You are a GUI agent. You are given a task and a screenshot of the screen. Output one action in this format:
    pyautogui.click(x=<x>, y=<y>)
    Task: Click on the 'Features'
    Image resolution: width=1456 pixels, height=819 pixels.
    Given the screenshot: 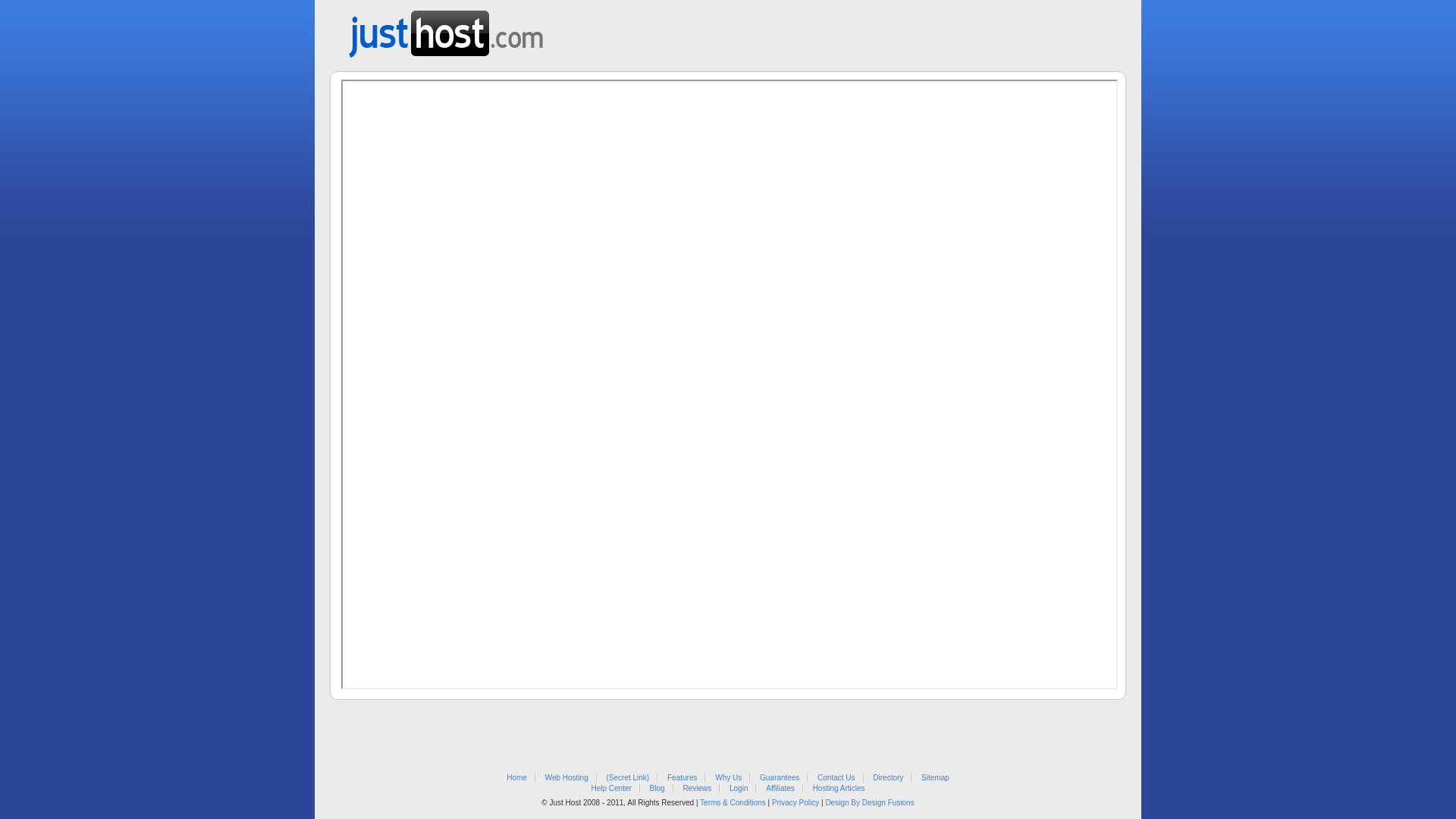 What is the action you would take?
    pyautogui.click(x=681, y=777)
    